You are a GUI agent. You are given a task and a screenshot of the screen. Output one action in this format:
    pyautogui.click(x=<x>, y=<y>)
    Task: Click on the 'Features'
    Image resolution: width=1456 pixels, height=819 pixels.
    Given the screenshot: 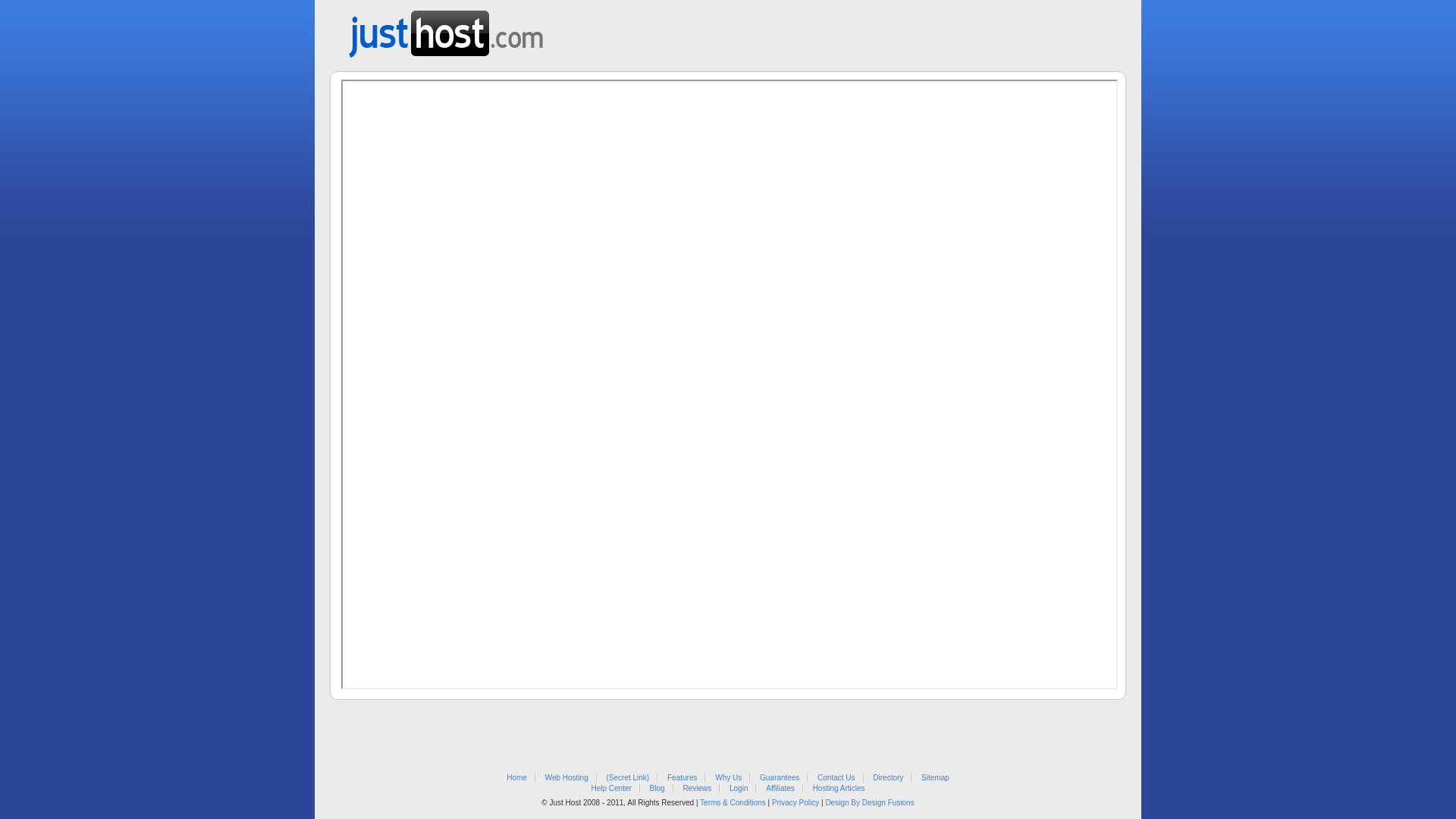 What is the action you would take?
    pyautogui.click(x=681, y=777)
    